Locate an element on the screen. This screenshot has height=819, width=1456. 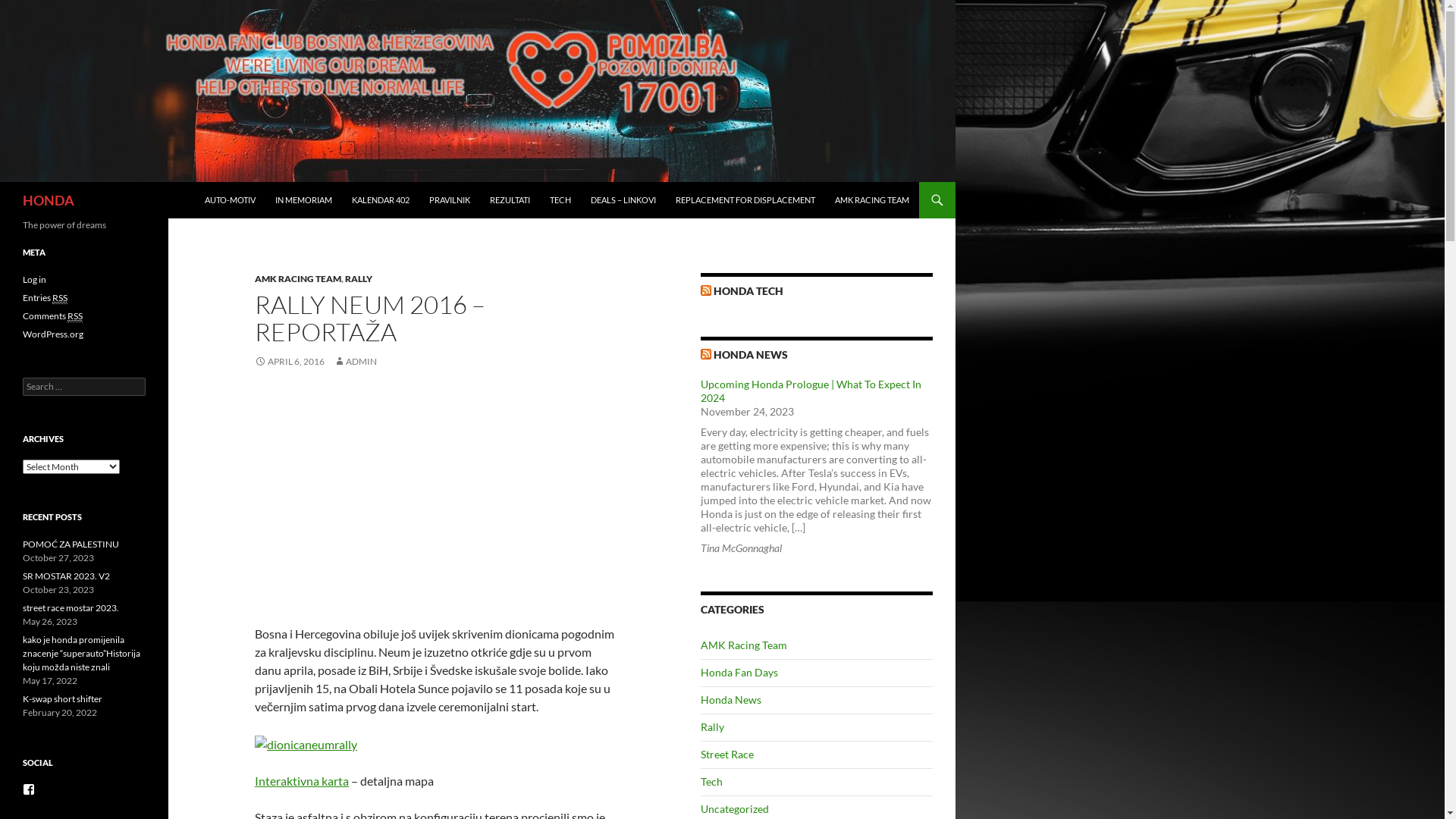
'REPLACEMENT FOR DISPLACEMENT' is located at coordinates (745, 199).